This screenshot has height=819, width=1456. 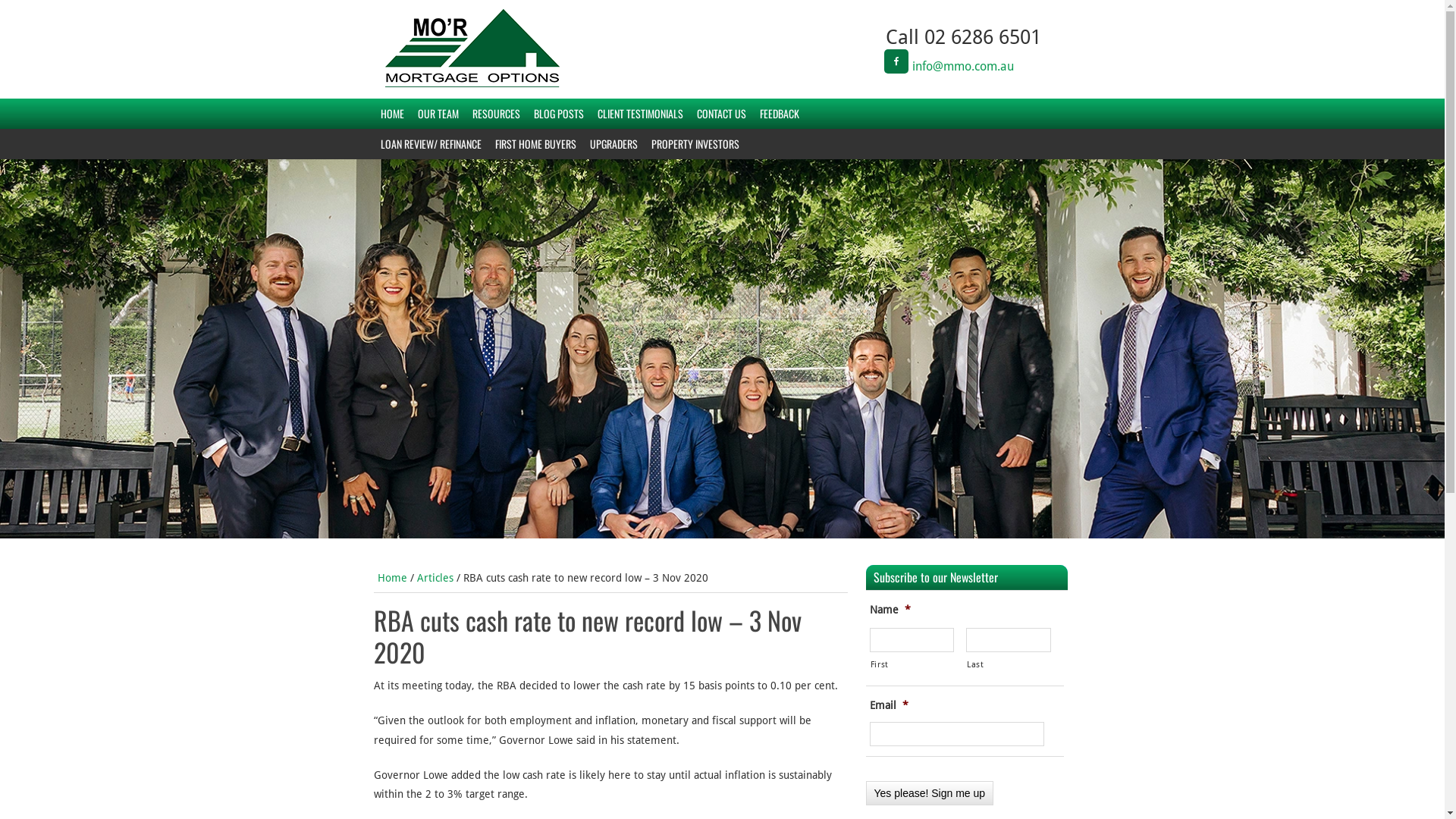 I want to click on 'Articles', so click(x=435, y=578).